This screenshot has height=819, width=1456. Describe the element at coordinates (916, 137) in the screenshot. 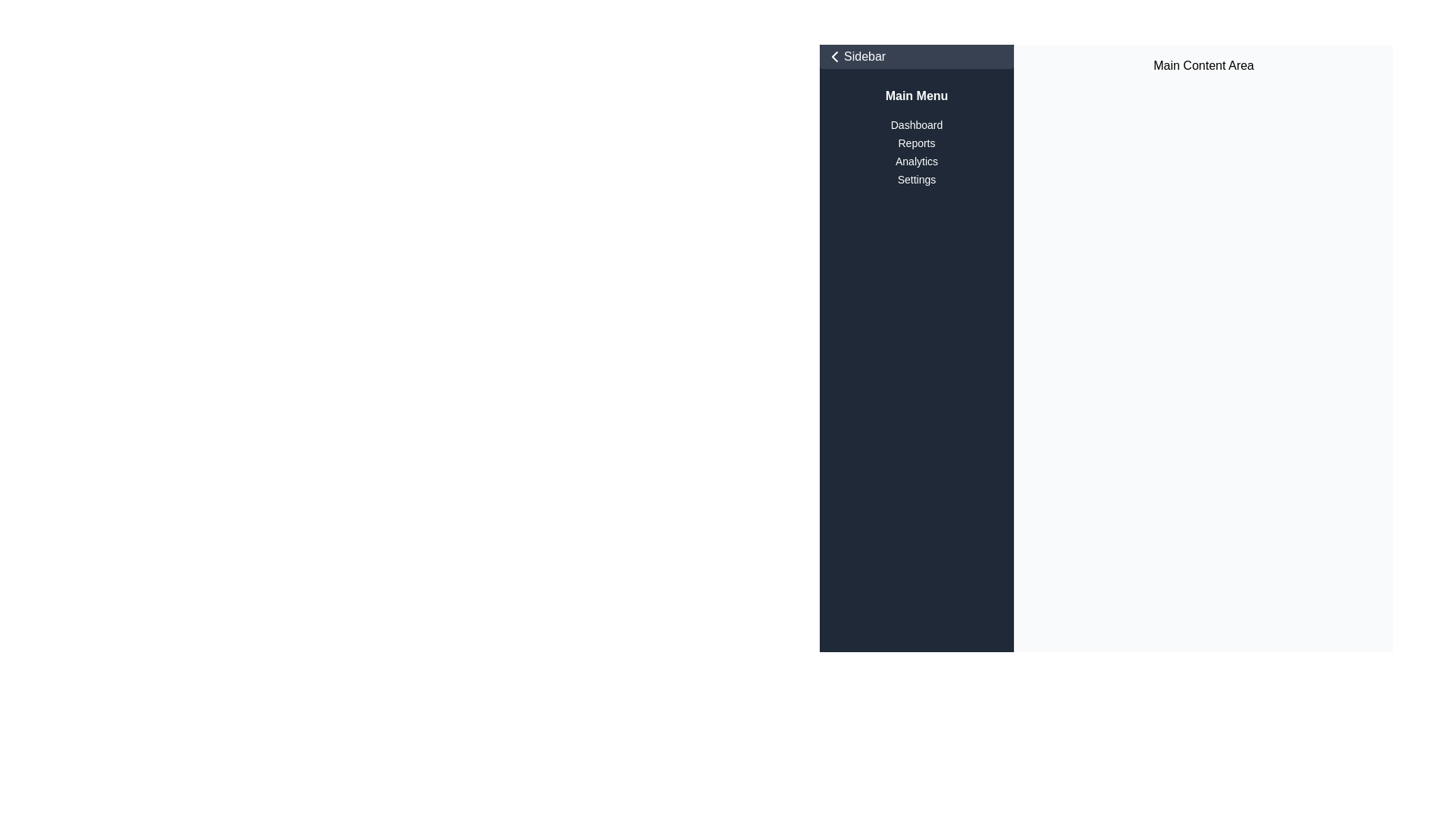

I see `the 'Main Menu' vertical navigation menu` at that location.